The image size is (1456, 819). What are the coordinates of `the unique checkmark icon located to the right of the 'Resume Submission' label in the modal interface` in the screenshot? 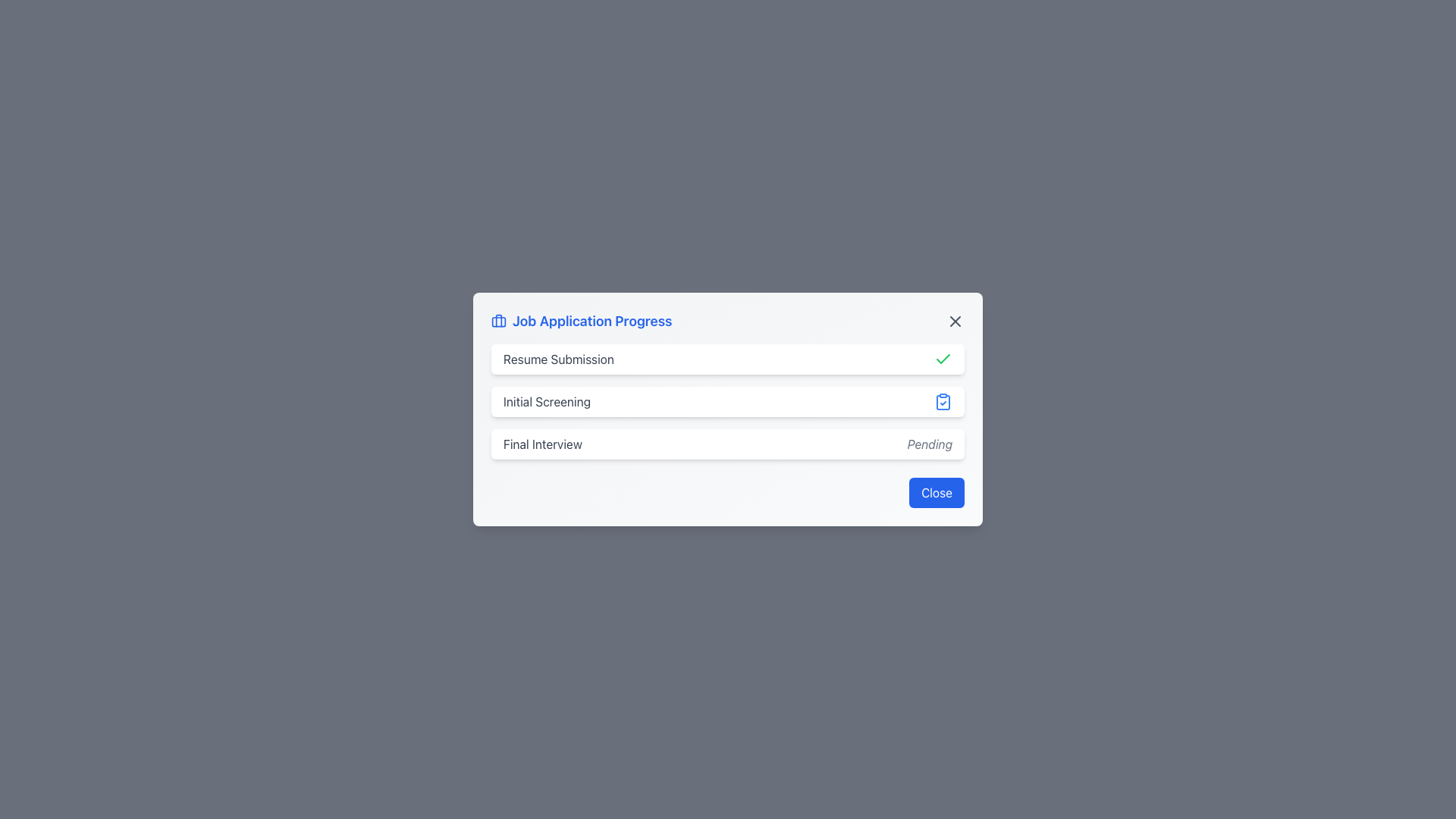 It's located at (942, 359).